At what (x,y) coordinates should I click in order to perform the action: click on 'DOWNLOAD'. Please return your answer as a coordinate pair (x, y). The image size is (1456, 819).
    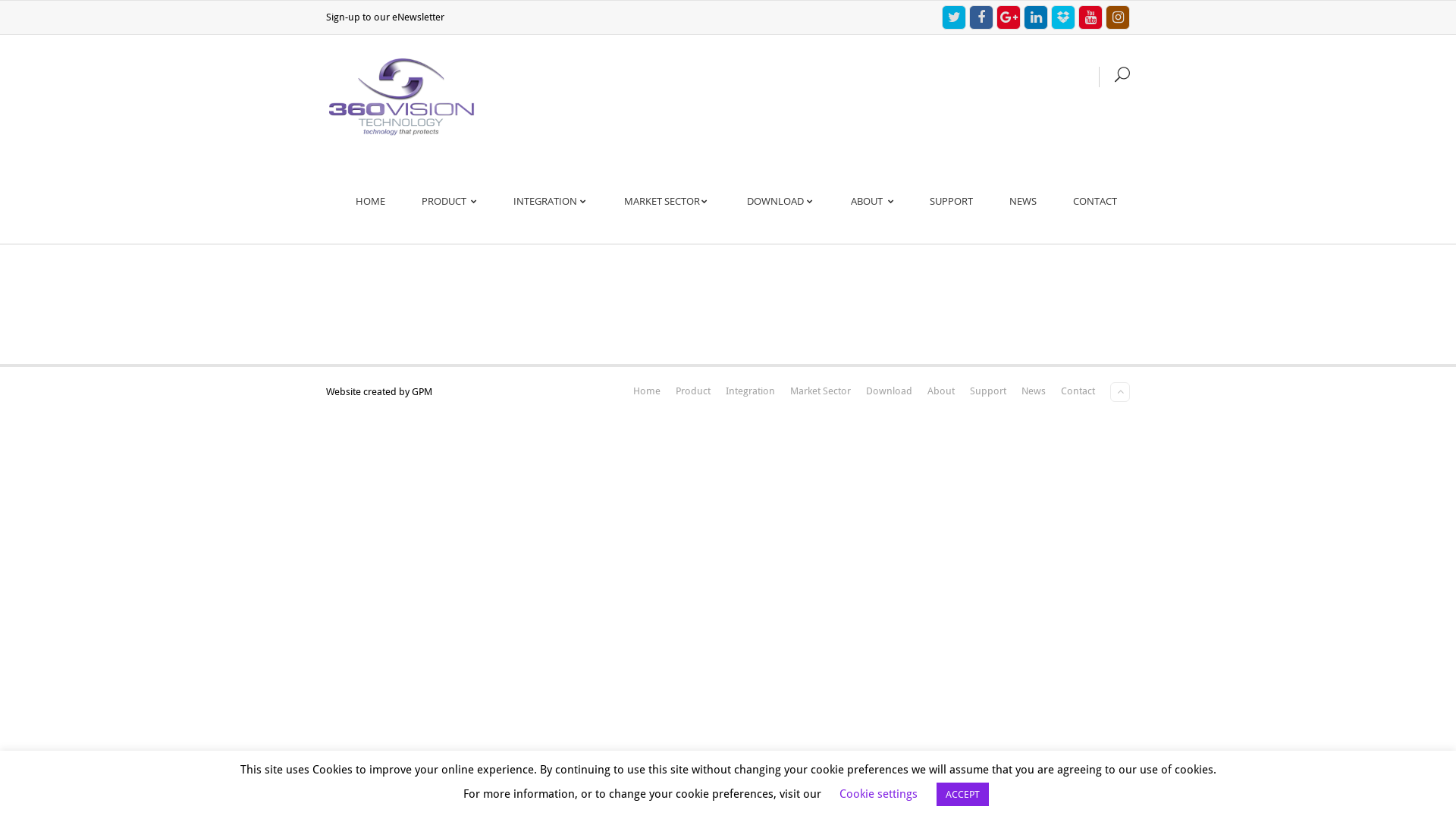
    Looking at the image, I should click on (780, 200).